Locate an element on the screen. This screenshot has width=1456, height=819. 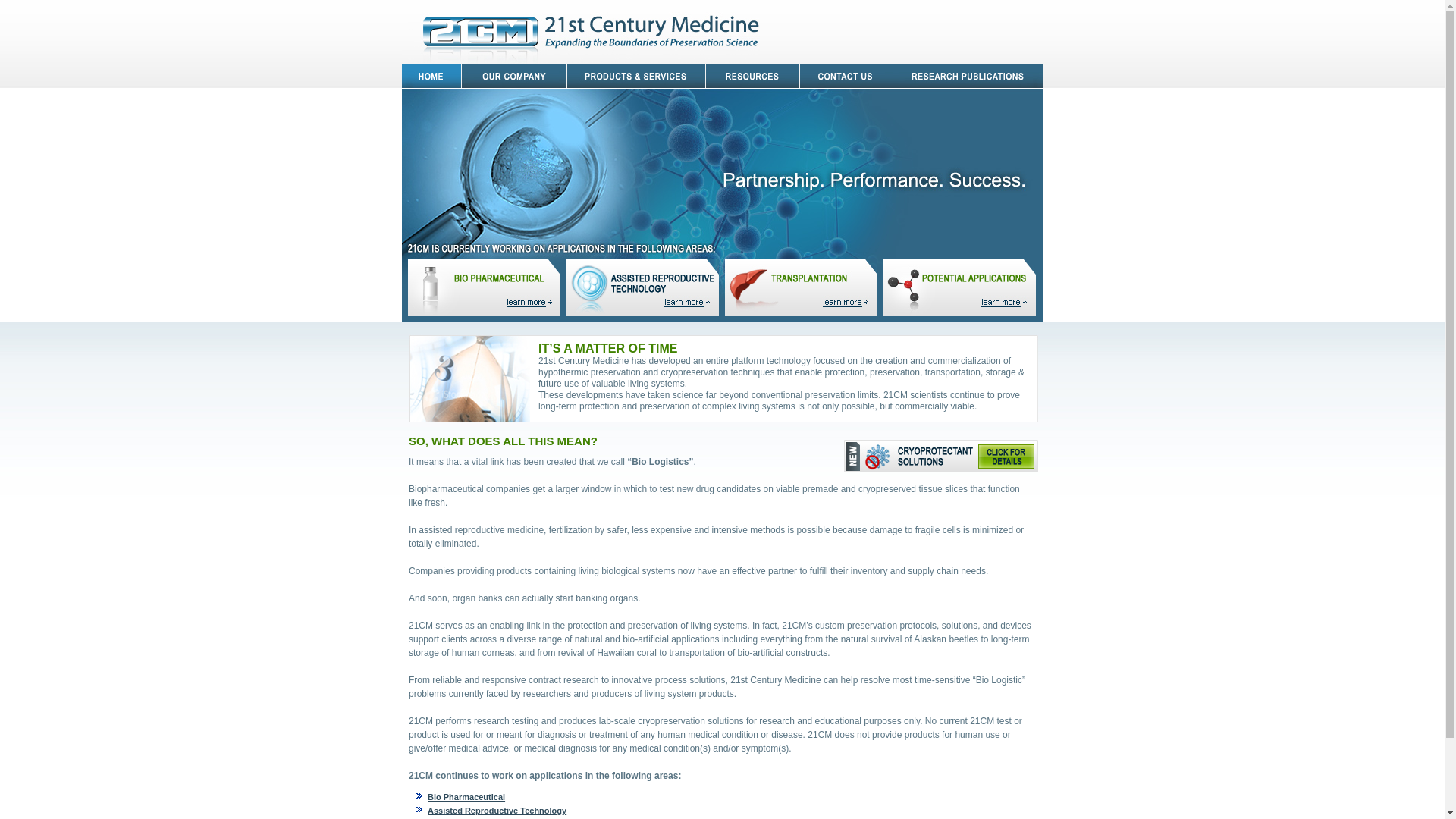
'Potential Applications' is located at coordinates (959, 287).